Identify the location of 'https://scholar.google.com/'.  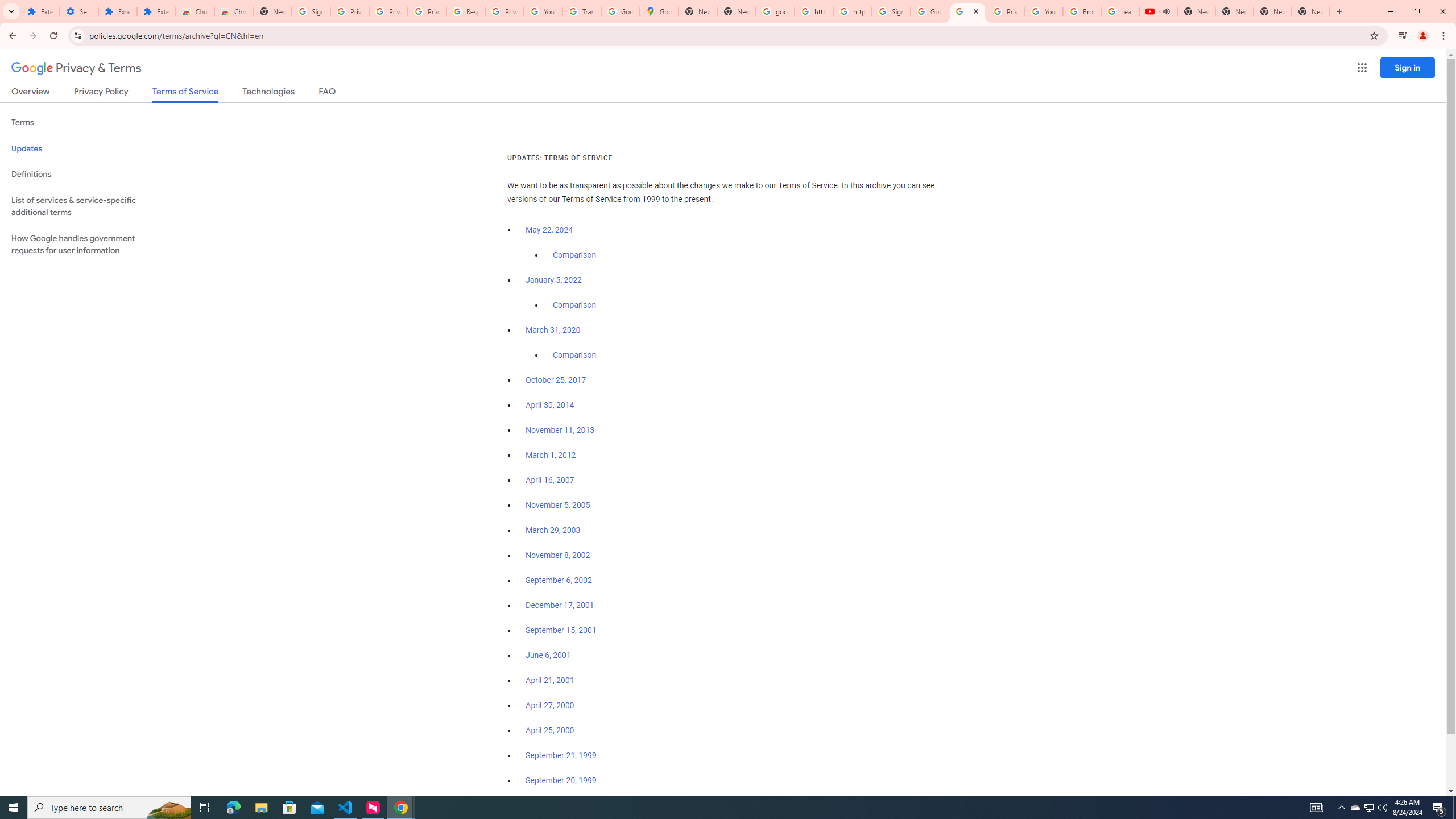
(813, 11).